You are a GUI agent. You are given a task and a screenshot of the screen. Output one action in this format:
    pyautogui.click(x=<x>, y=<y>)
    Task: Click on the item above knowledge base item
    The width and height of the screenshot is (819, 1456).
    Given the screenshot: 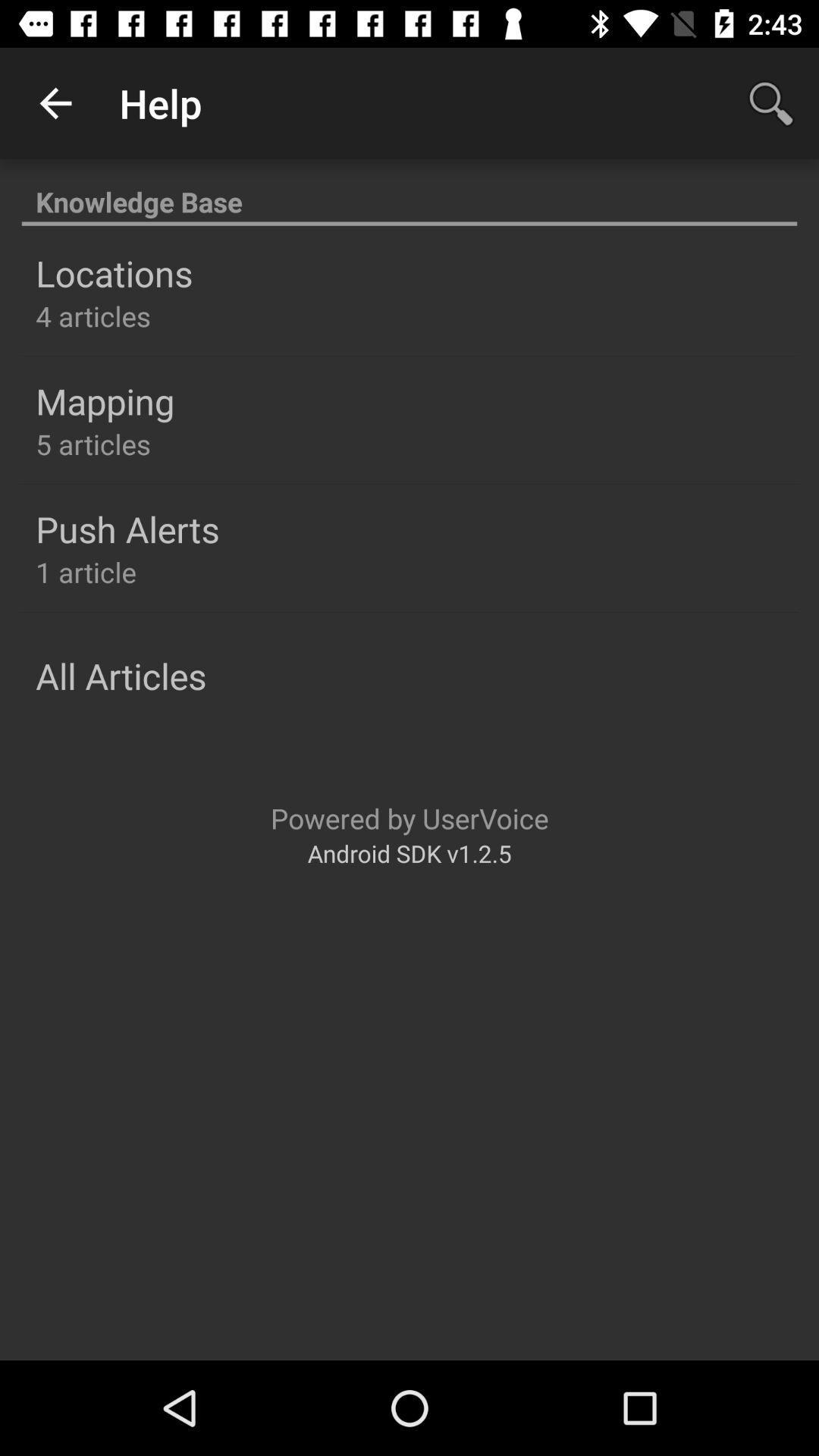 What is the action you would take?
    pyautogui.click(x=55, y=102)
    